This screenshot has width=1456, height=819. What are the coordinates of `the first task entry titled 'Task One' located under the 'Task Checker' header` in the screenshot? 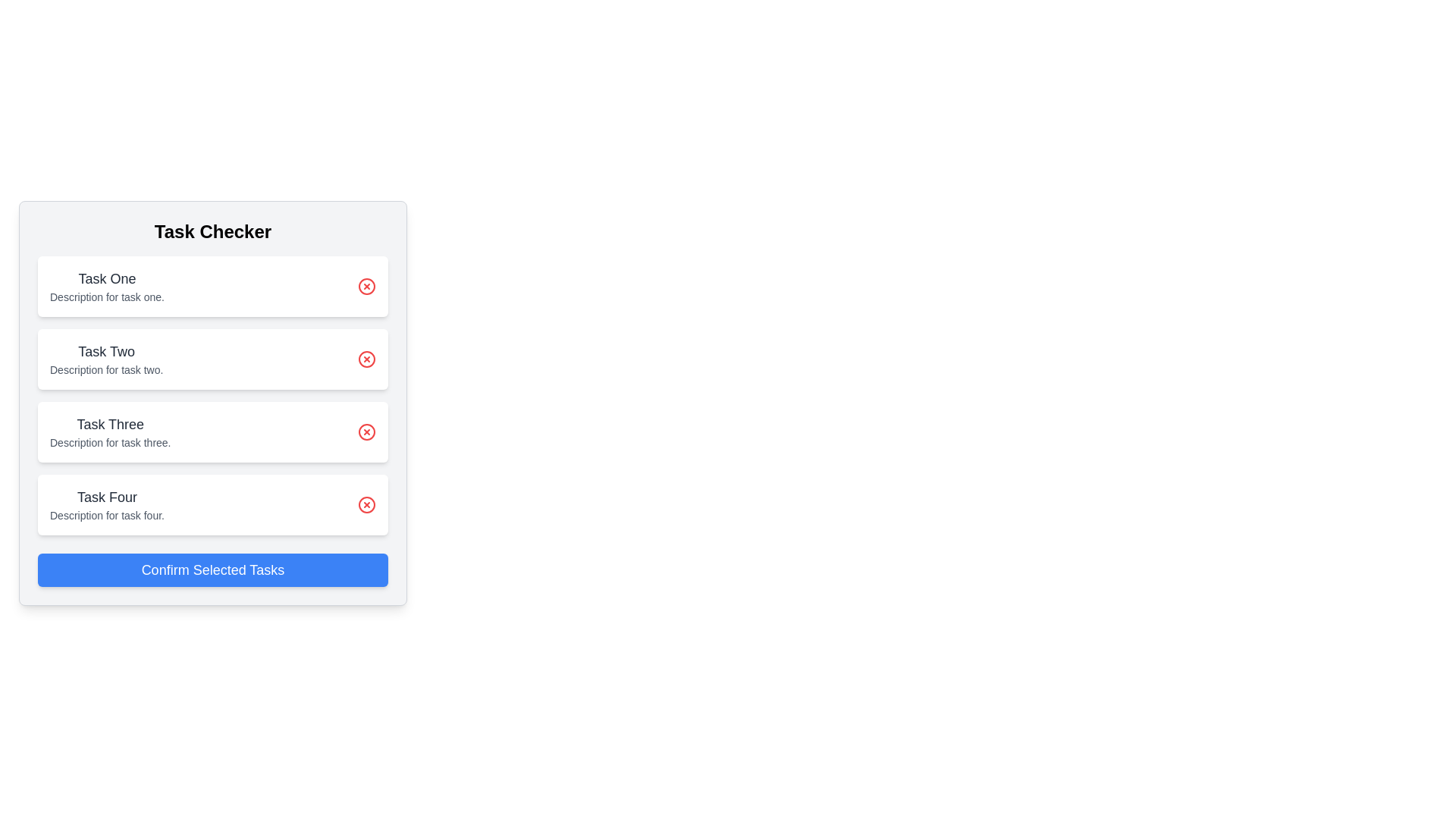 It's located at (106, 287).